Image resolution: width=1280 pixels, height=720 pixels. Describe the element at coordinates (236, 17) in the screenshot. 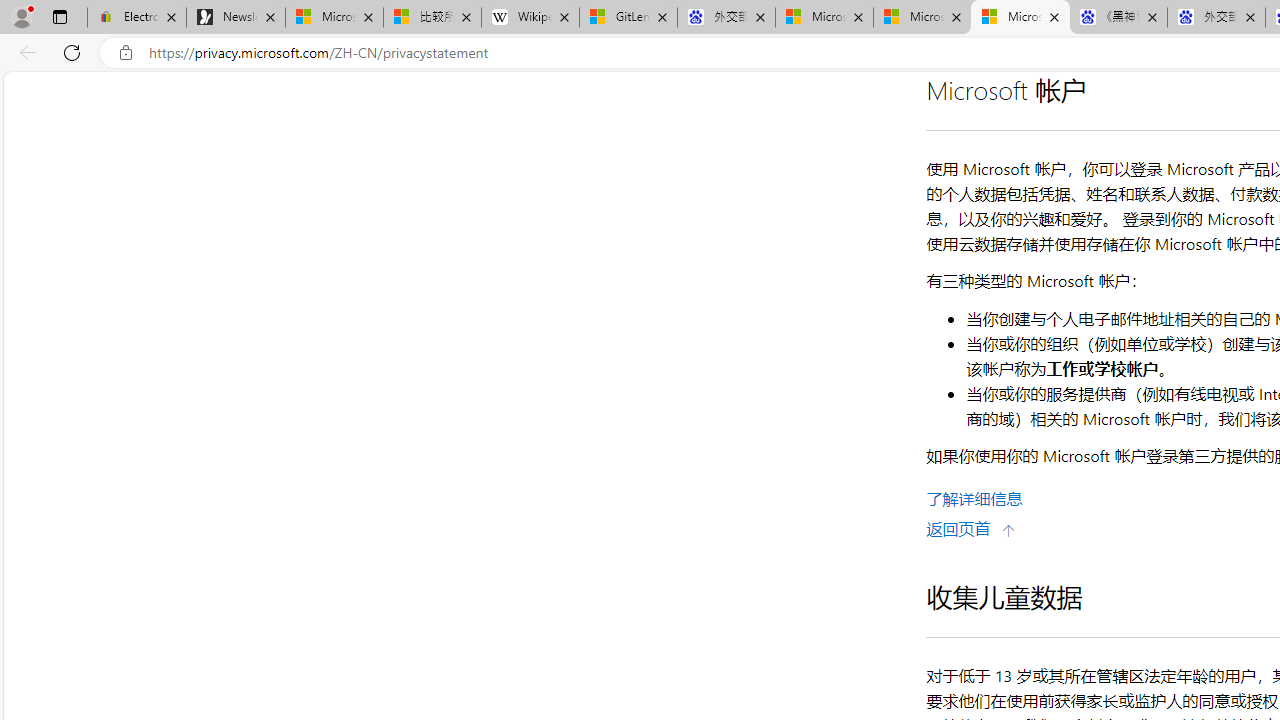

I see `'Newsletter Sign Up'` at that location.